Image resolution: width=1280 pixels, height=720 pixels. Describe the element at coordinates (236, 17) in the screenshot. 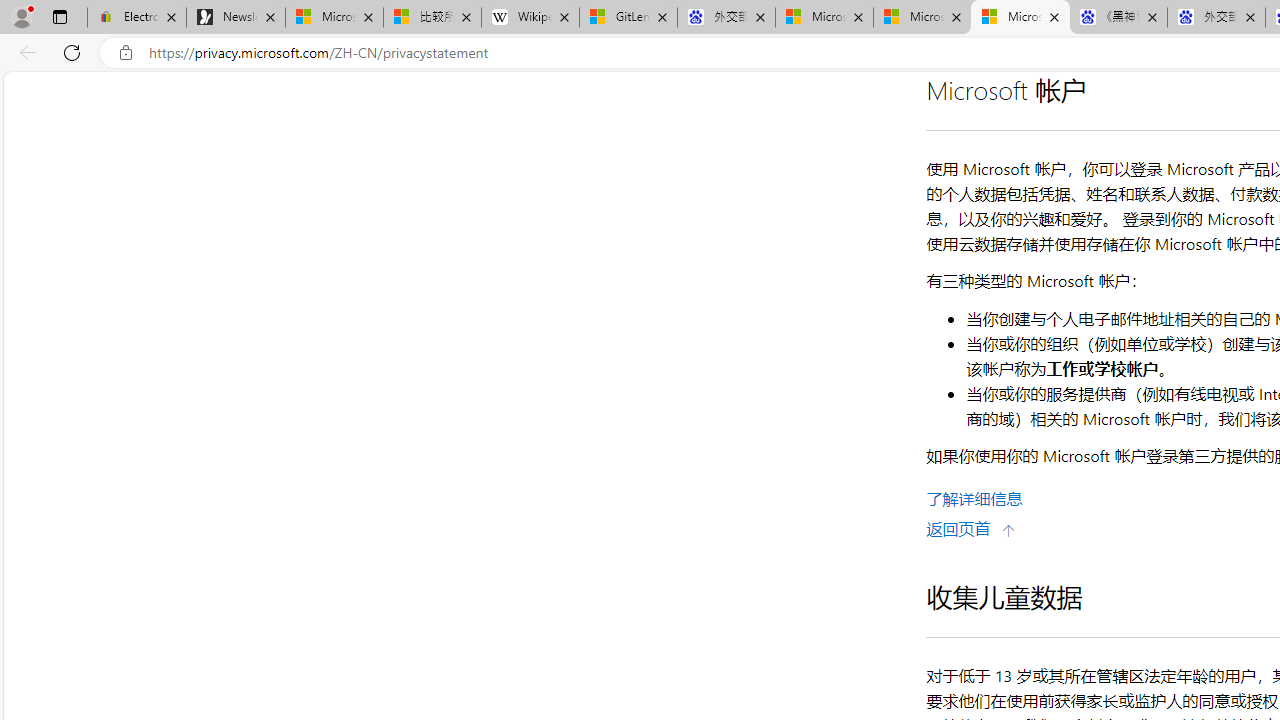

I see `'Newsletter Sign Up'` at that location.